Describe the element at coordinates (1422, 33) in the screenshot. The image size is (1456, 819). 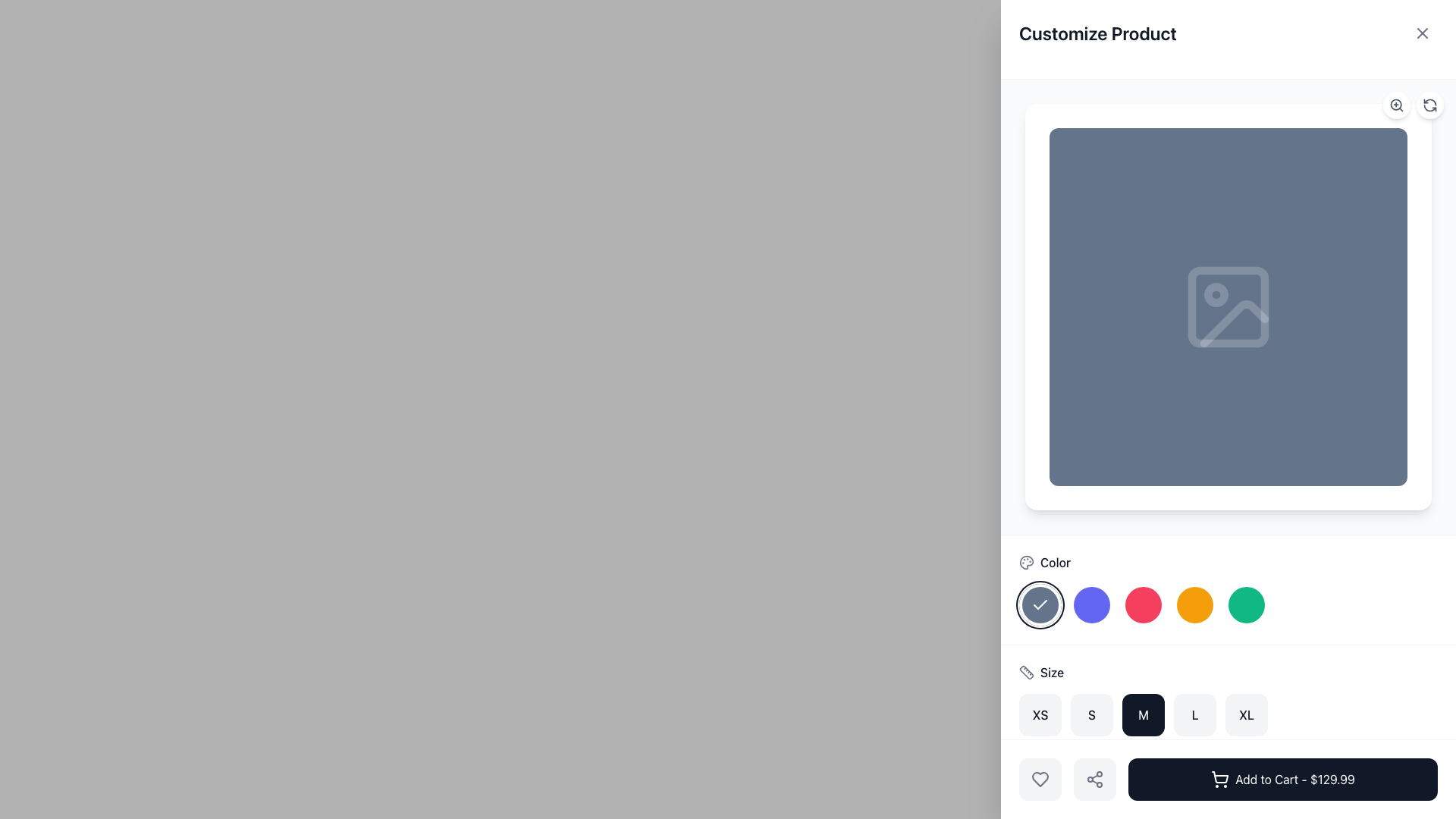
I see `the gray 'X' icon button located at the top-right corner of the 'Customize Product' panel` at that location.